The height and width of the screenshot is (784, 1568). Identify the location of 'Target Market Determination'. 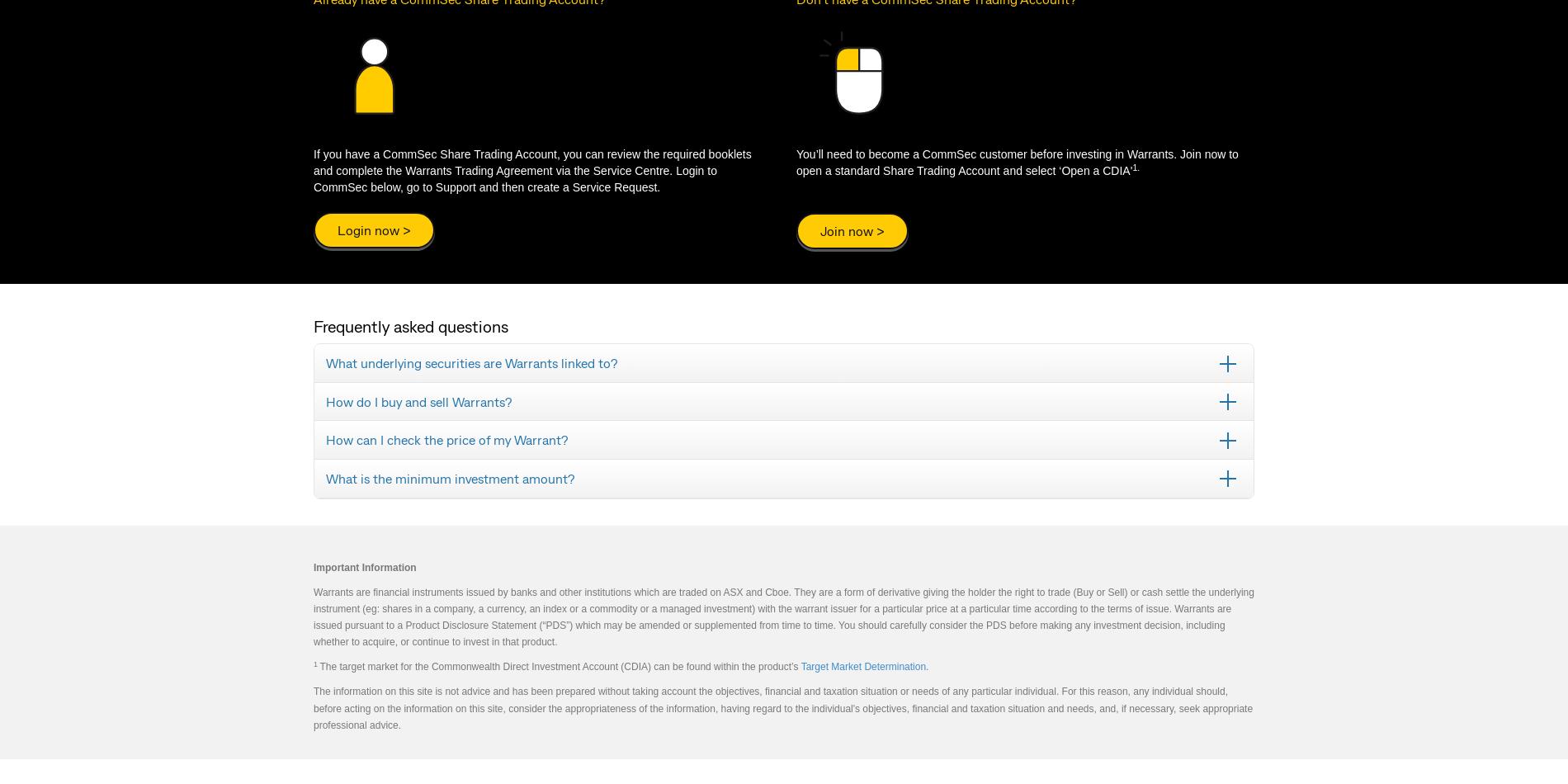
(800, 665).